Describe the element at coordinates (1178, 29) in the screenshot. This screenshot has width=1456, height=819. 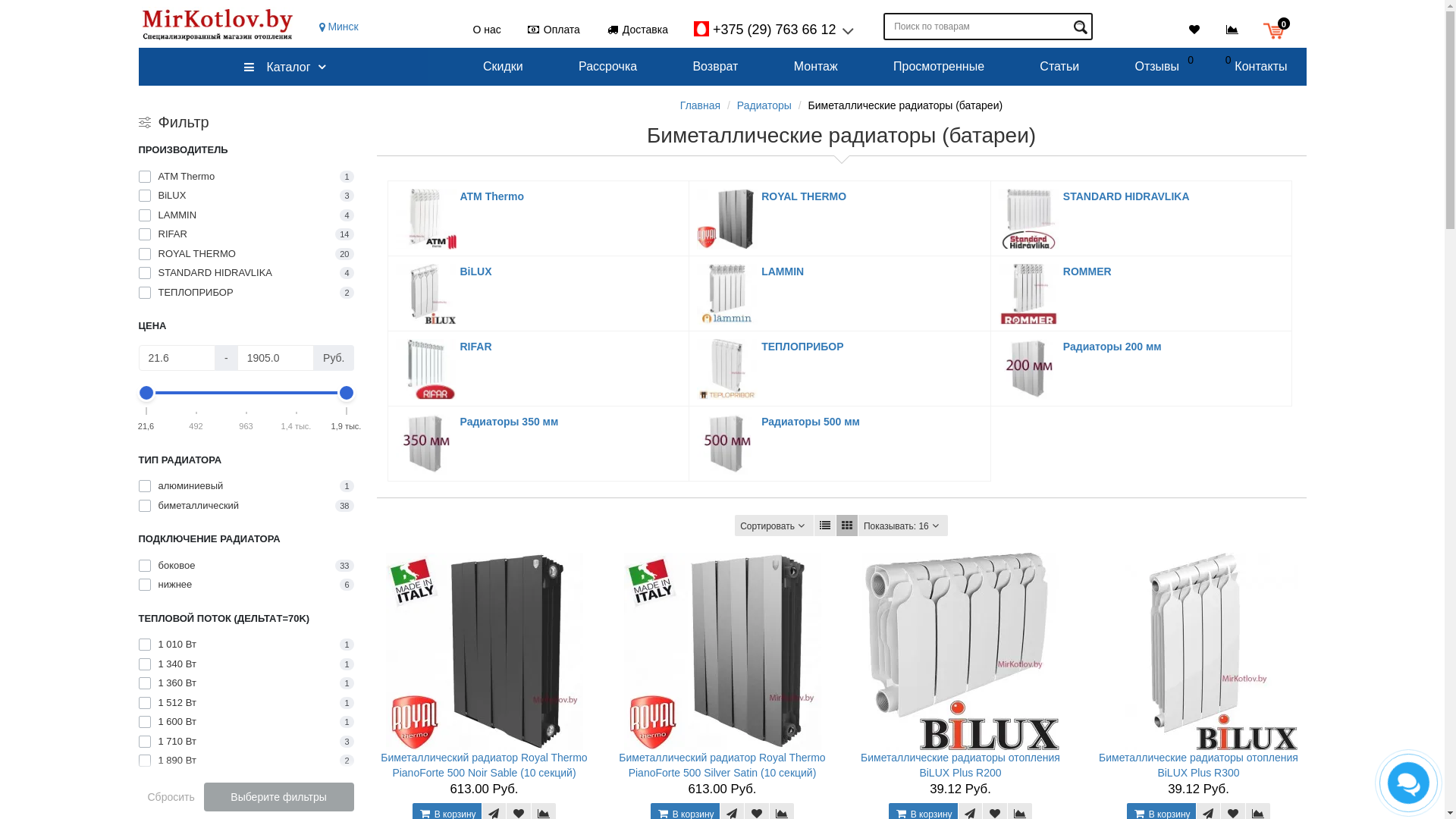
I see `'0'` at that location.